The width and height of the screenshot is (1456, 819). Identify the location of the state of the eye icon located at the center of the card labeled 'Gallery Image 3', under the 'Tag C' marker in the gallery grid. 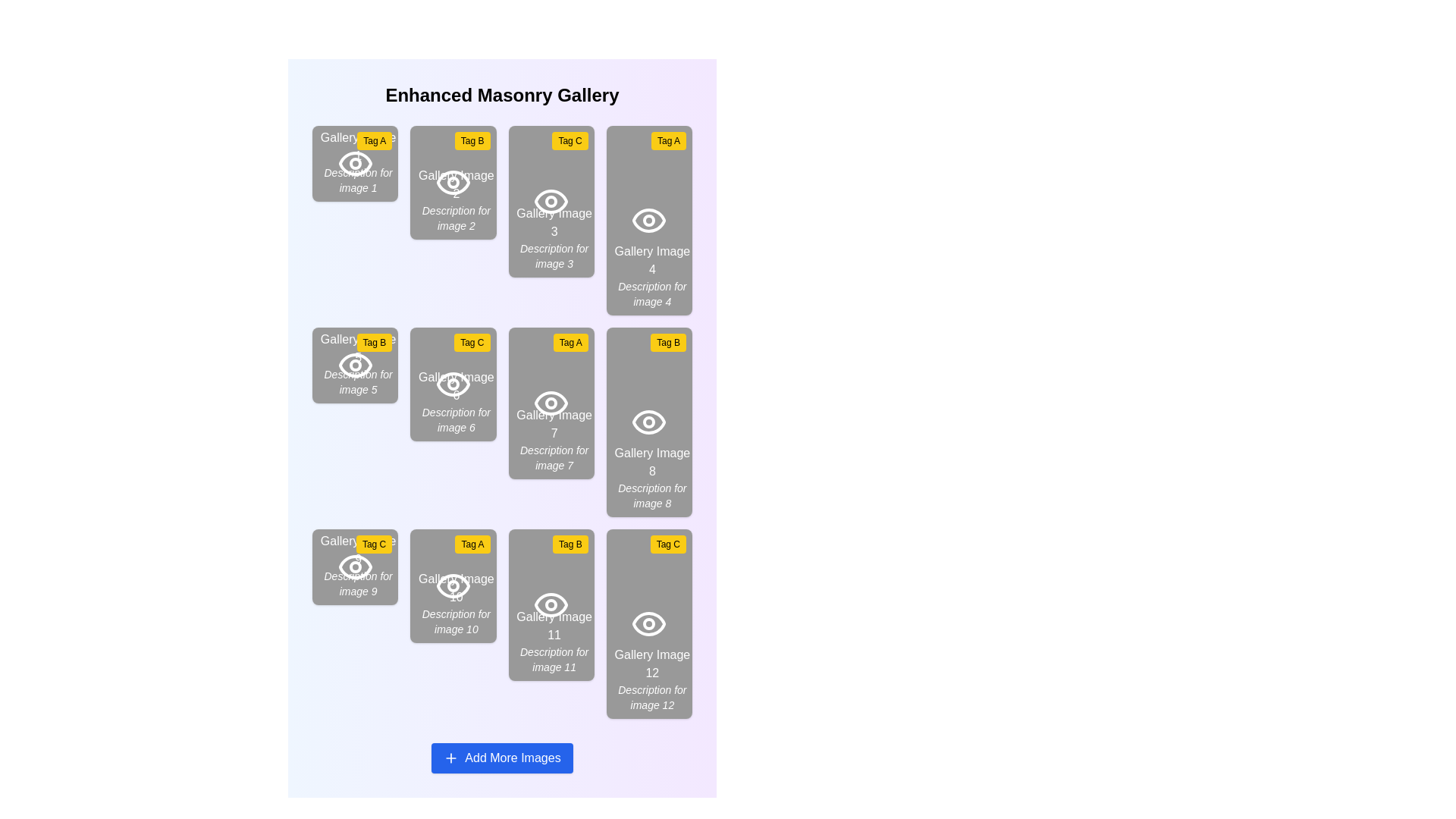
(551, 201).